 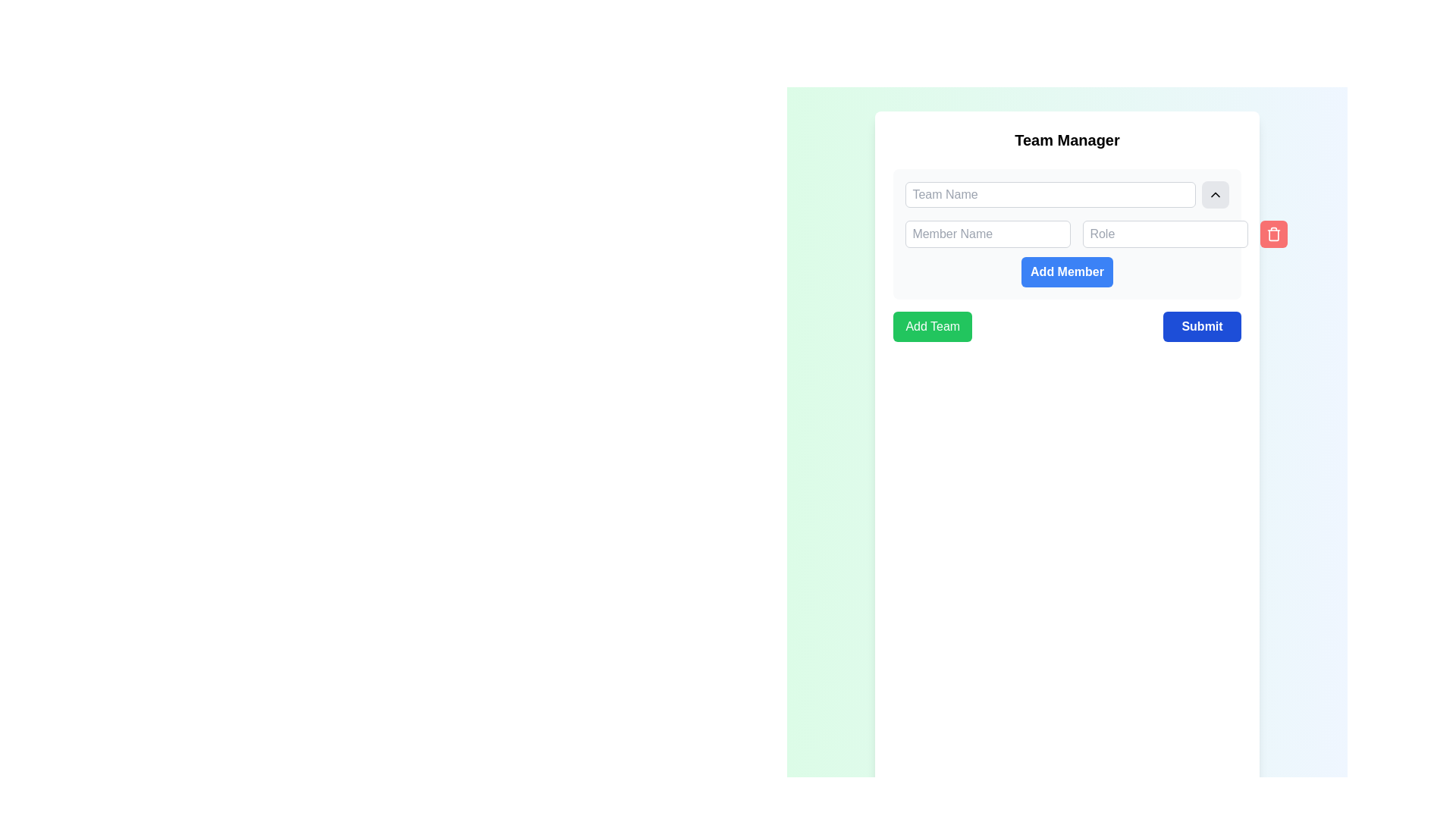 What do you see at coordinates (1066, 253) in the screenshot?
I see `the blue button labeled 'Add Member'` at bounding box center [1066, 253].